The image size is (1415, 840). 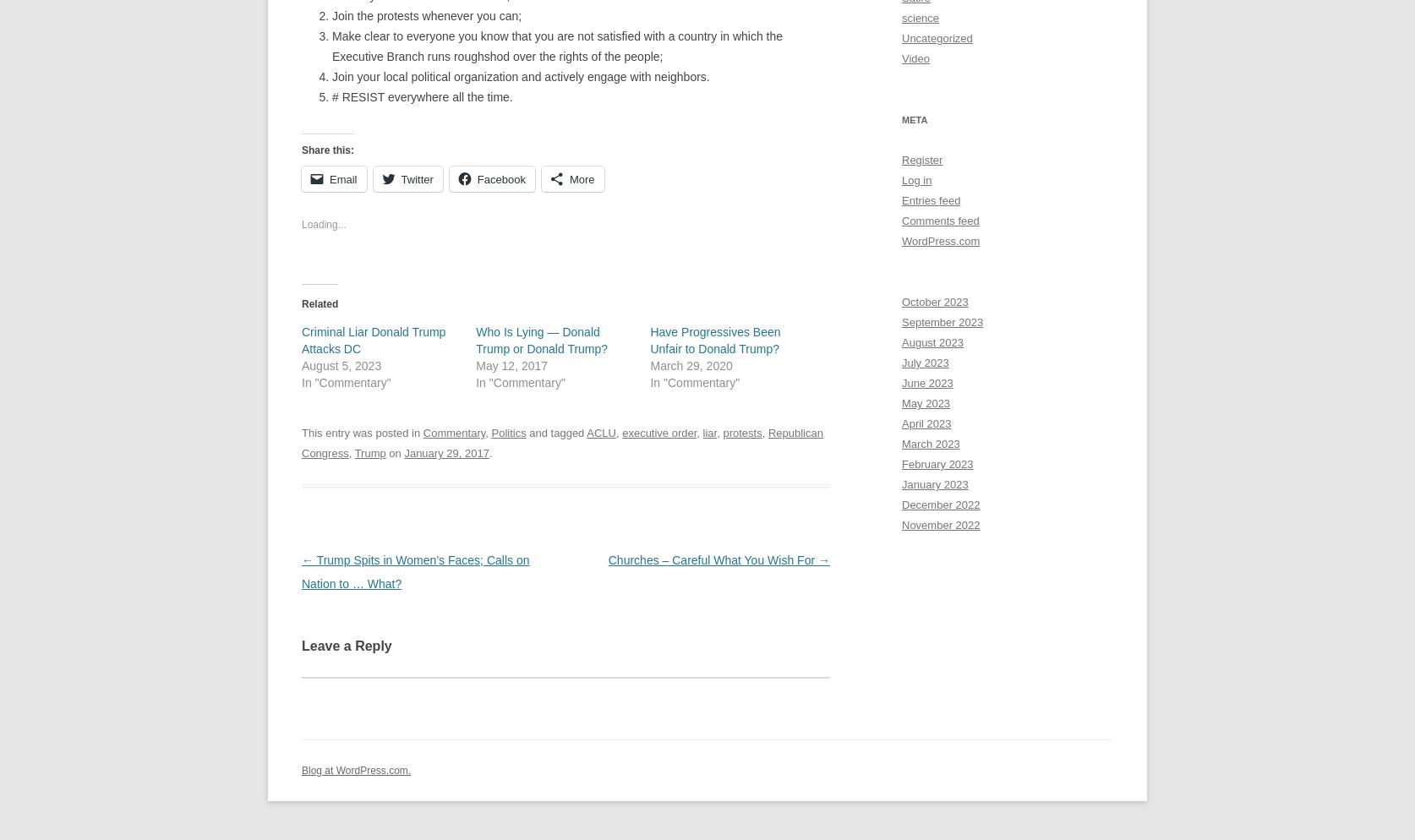 What do you see at coordinates (919, 18) in the screenshot?
I see `'science'` at bounding box center [919, 18].